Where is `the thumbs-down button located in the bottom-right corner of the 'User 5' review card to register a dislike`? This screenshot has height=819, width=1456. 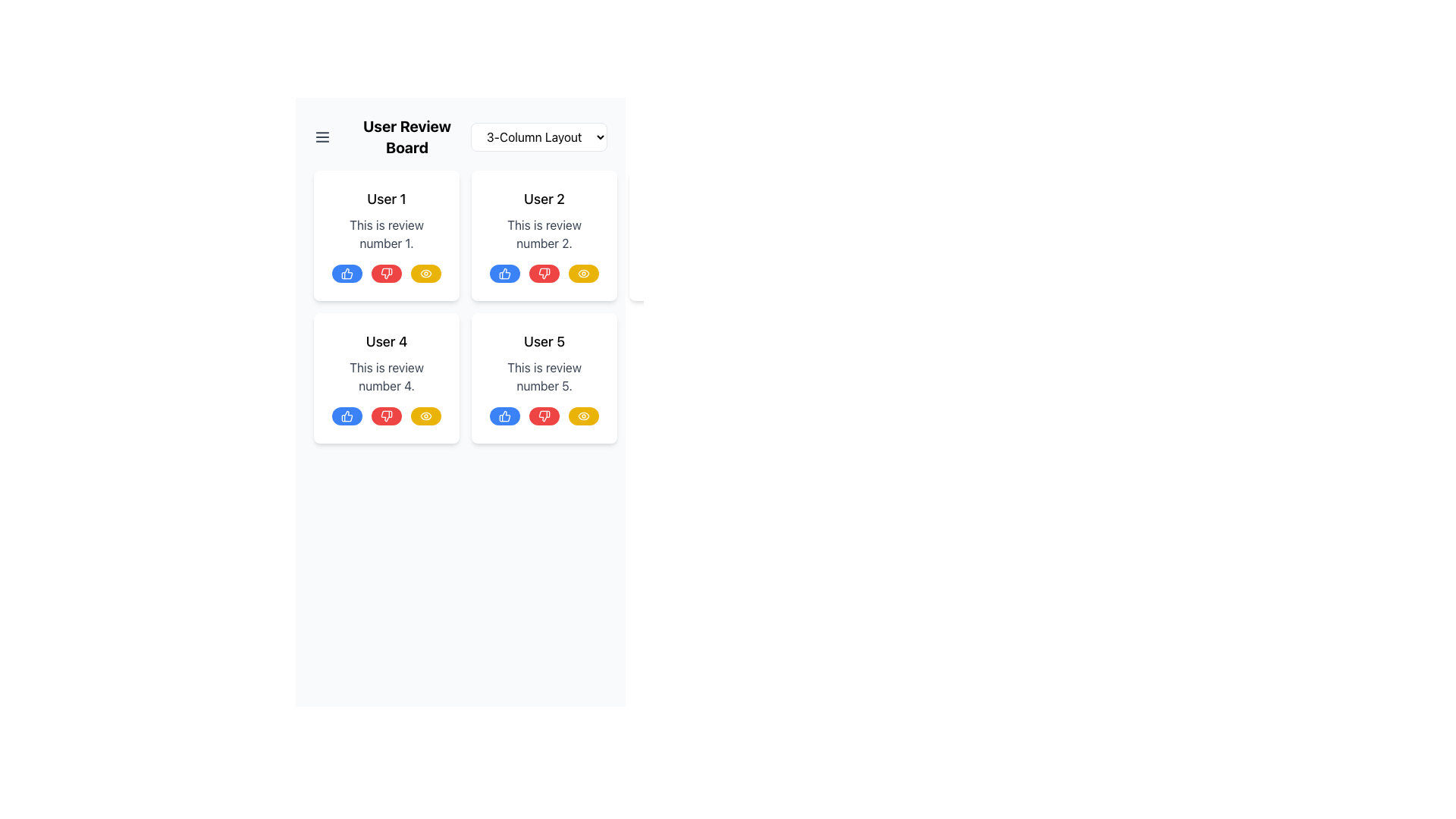
the thumbs-down button located in the bottom-right corner of the 'User 5' review card to register a dislike is located at coordinates (544, 416).